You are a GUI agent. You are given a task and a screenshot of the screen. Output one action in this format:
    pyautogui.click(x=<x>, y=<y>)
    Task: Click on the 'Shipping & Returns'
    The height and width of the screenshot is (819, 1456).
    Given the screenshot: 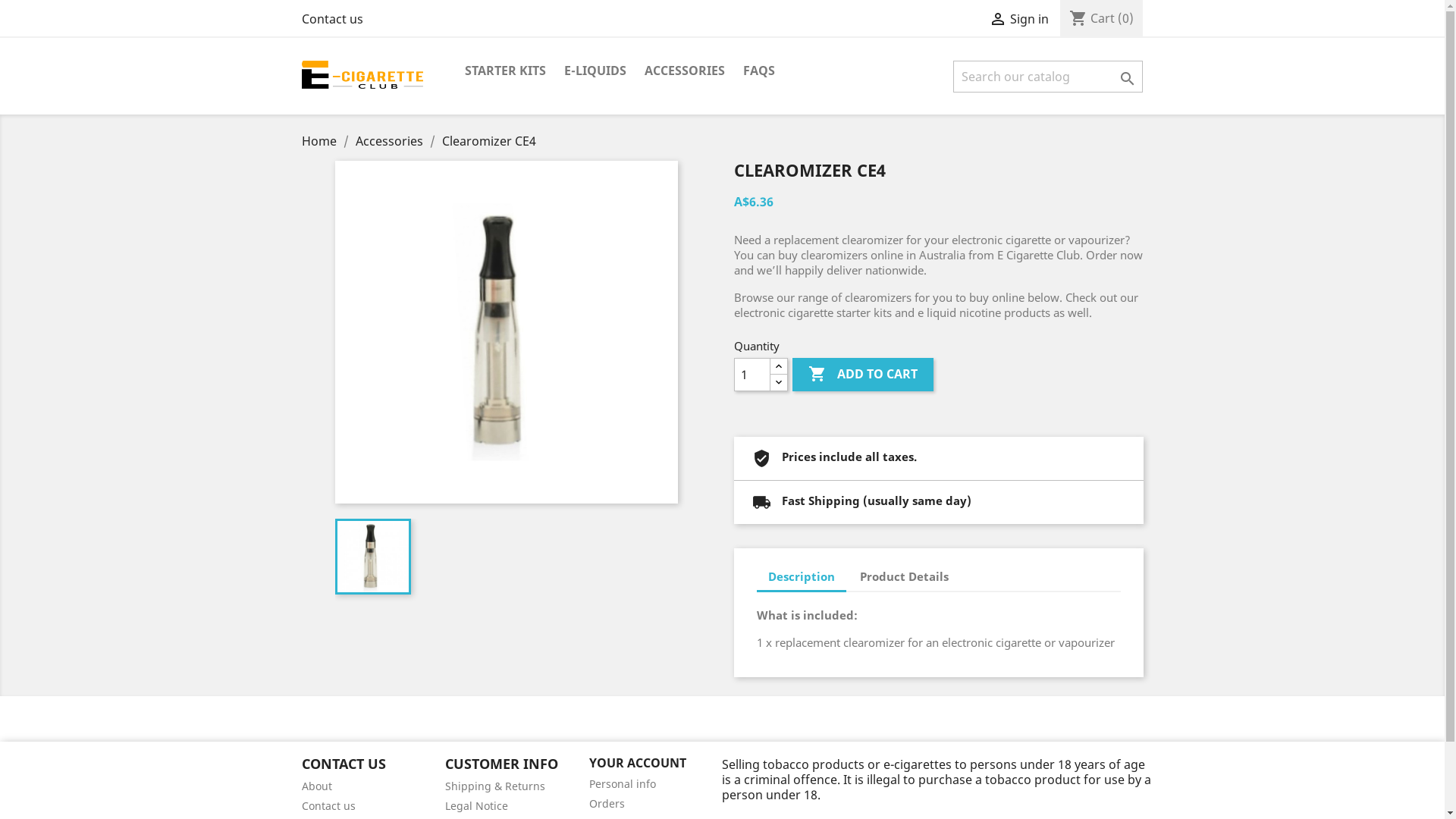 What is the action you would take?
    pyautogui.click(x=444, y=785)
    